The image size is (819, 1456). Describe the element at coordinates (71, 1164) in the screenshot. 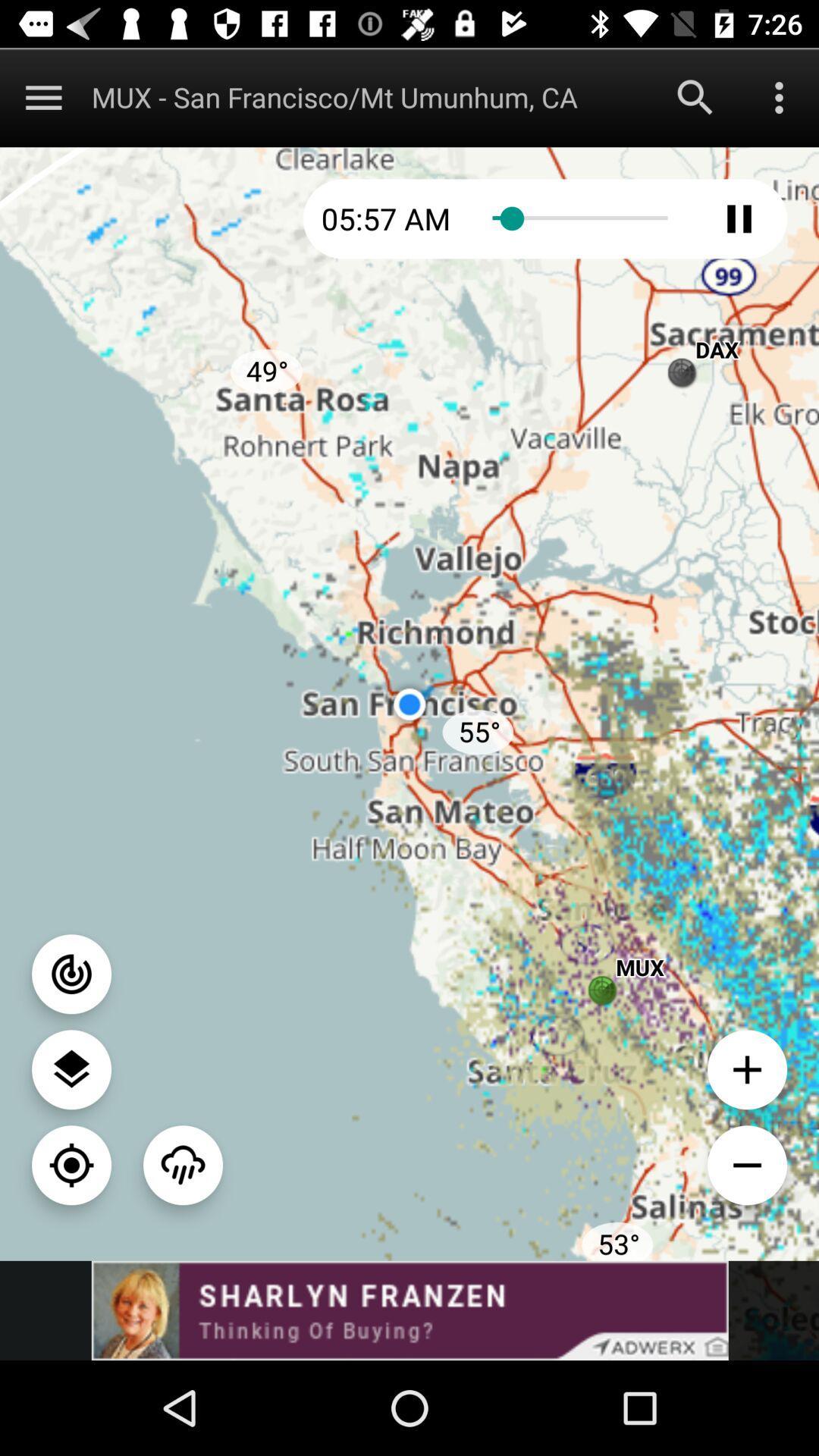

I see `the location_crosshair icon` at that location.